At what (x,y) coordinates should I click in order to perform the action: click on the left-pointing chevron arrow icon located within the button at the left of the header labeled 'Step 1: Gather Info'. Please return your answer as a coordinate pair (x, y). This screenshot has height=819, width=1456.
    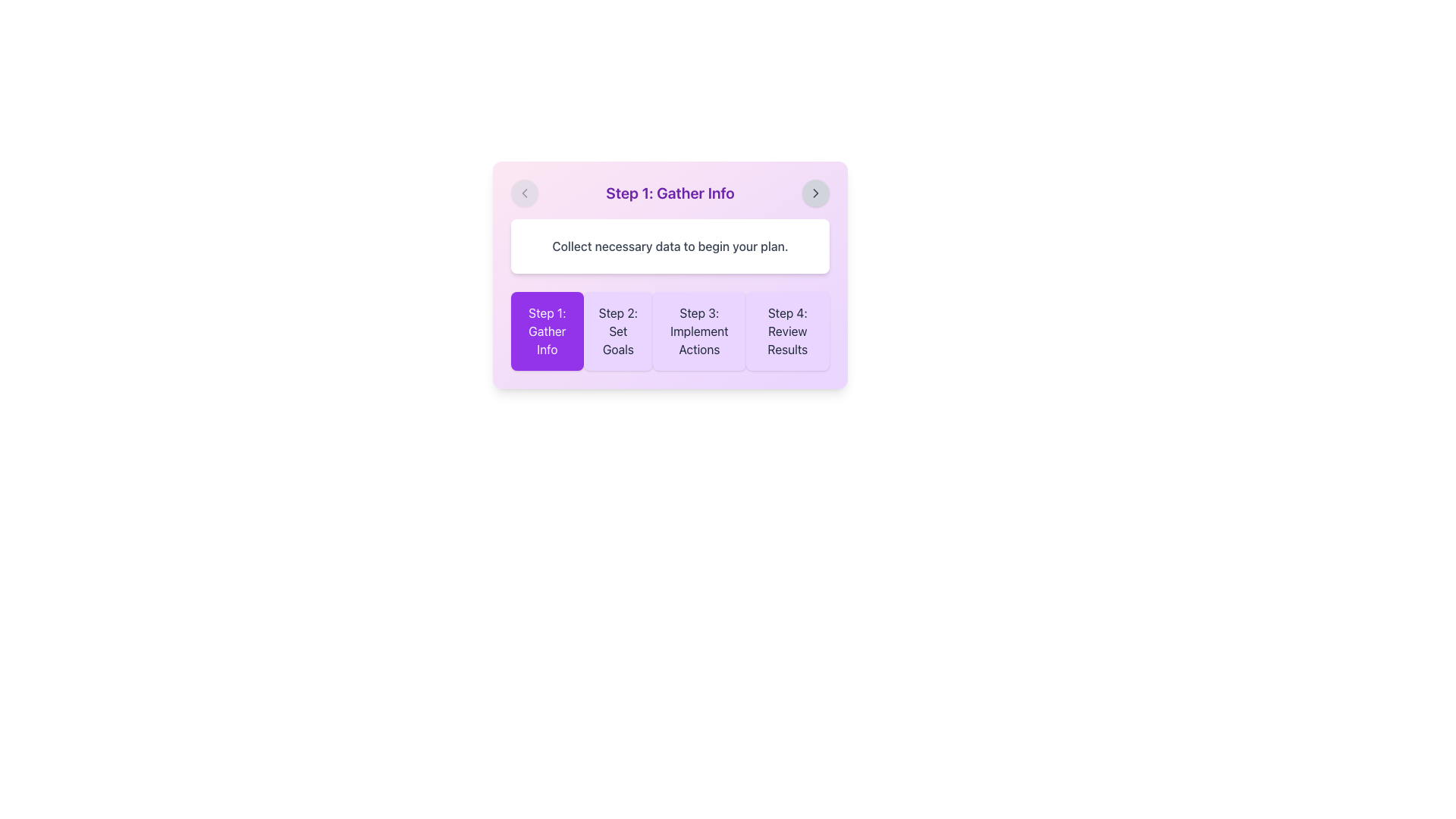
    Looking at the image, I should click on (524, 192).